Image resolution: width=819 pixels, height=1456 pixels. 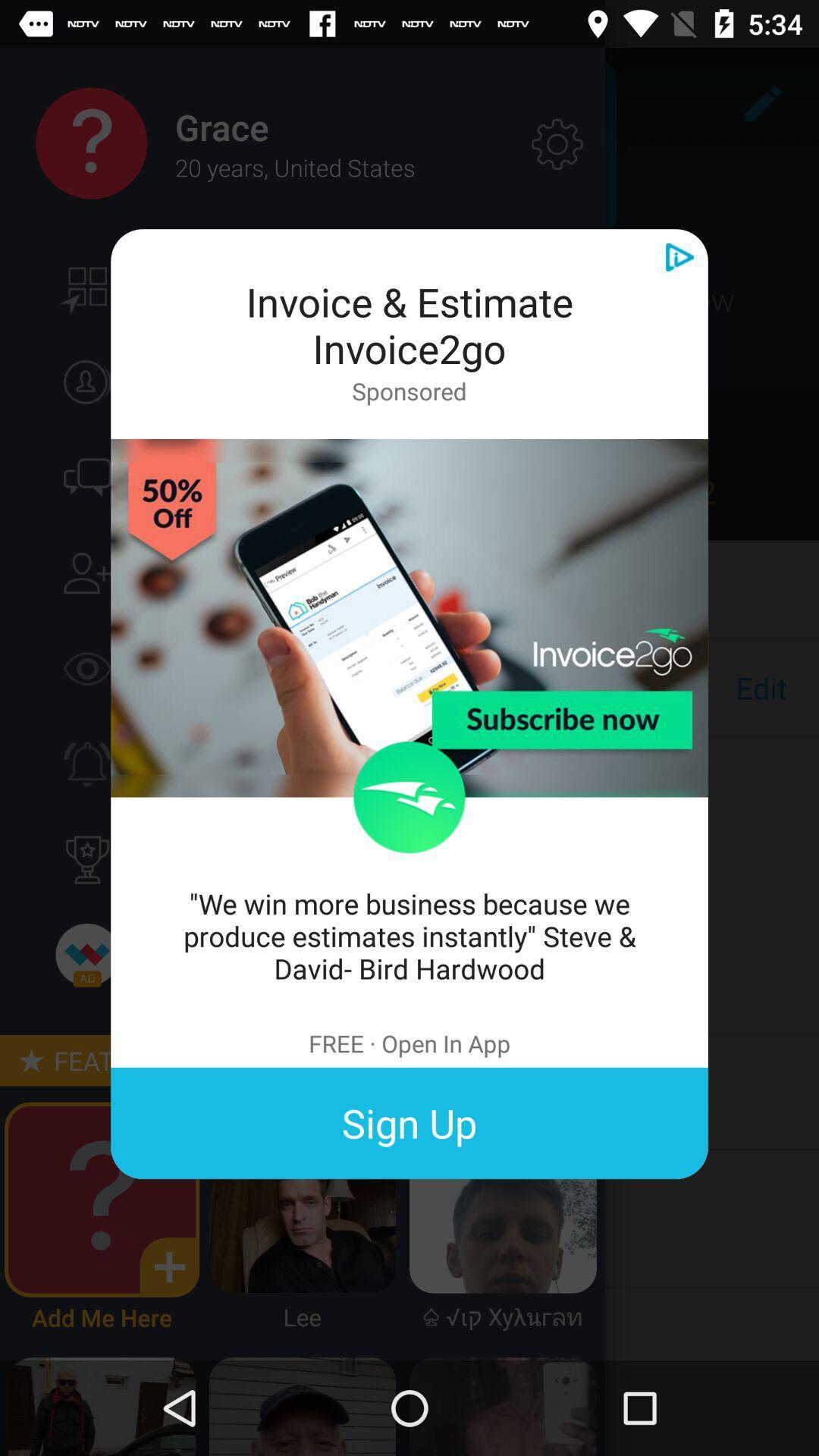 What do you see at coordinates (409, 1123) in the screenshot?
I see `the sign up item` at bounding box center [409, 1123].